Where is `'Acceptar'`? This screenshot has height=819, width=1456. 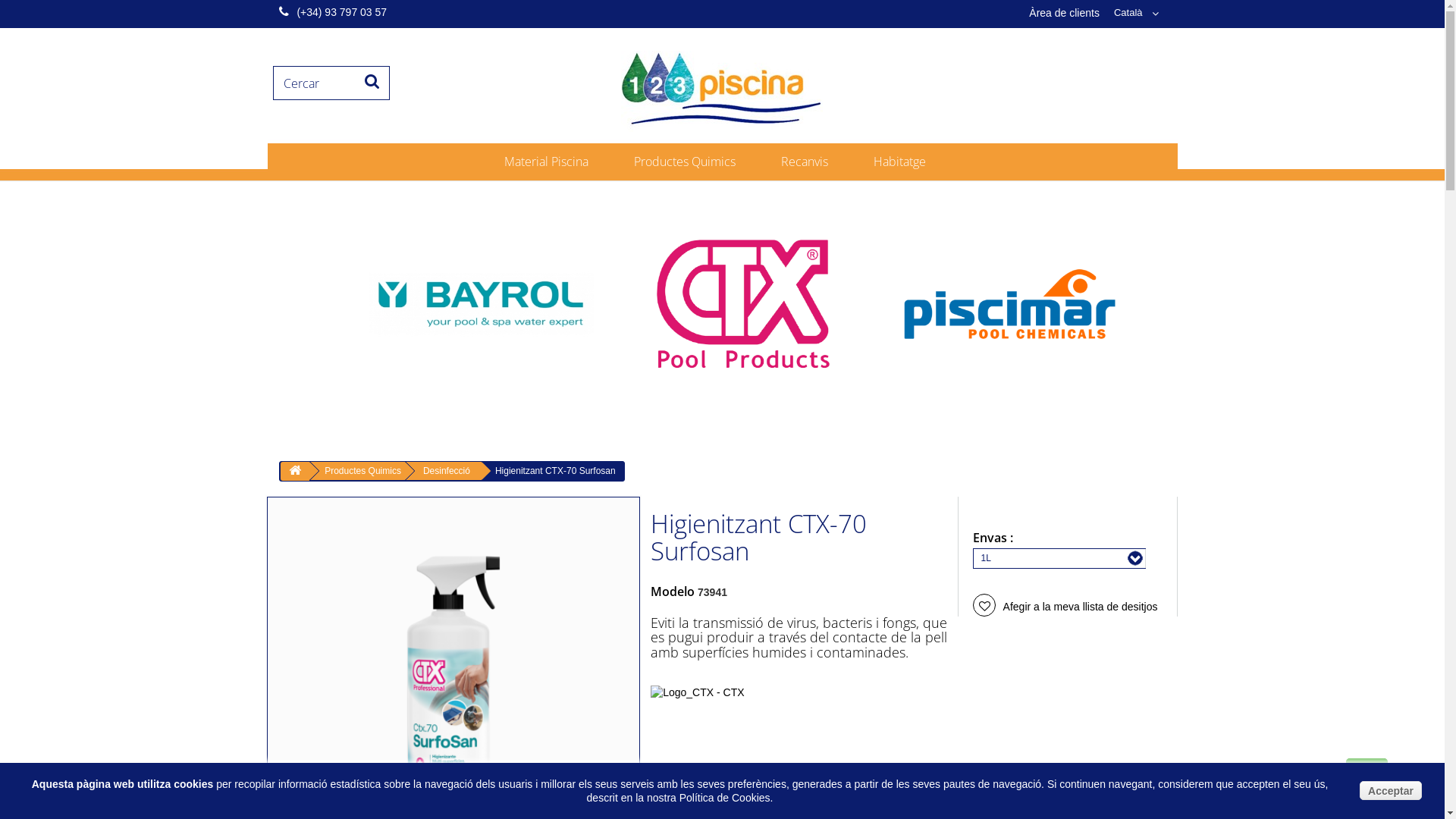 'Acceptar' is located at coordinates (1390, 789).